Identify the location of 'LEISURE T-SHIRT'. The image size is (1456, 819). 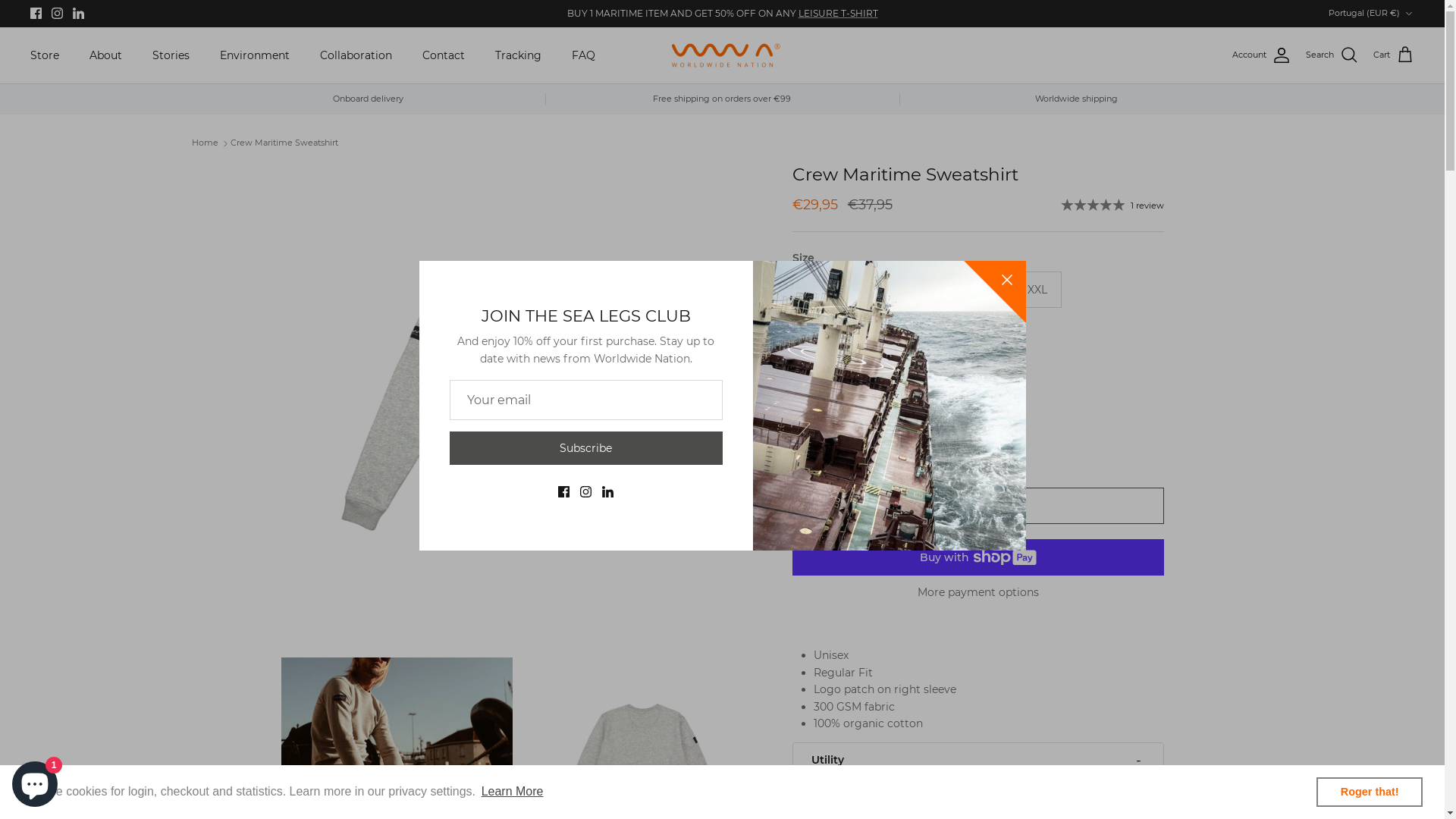
(836, 13).